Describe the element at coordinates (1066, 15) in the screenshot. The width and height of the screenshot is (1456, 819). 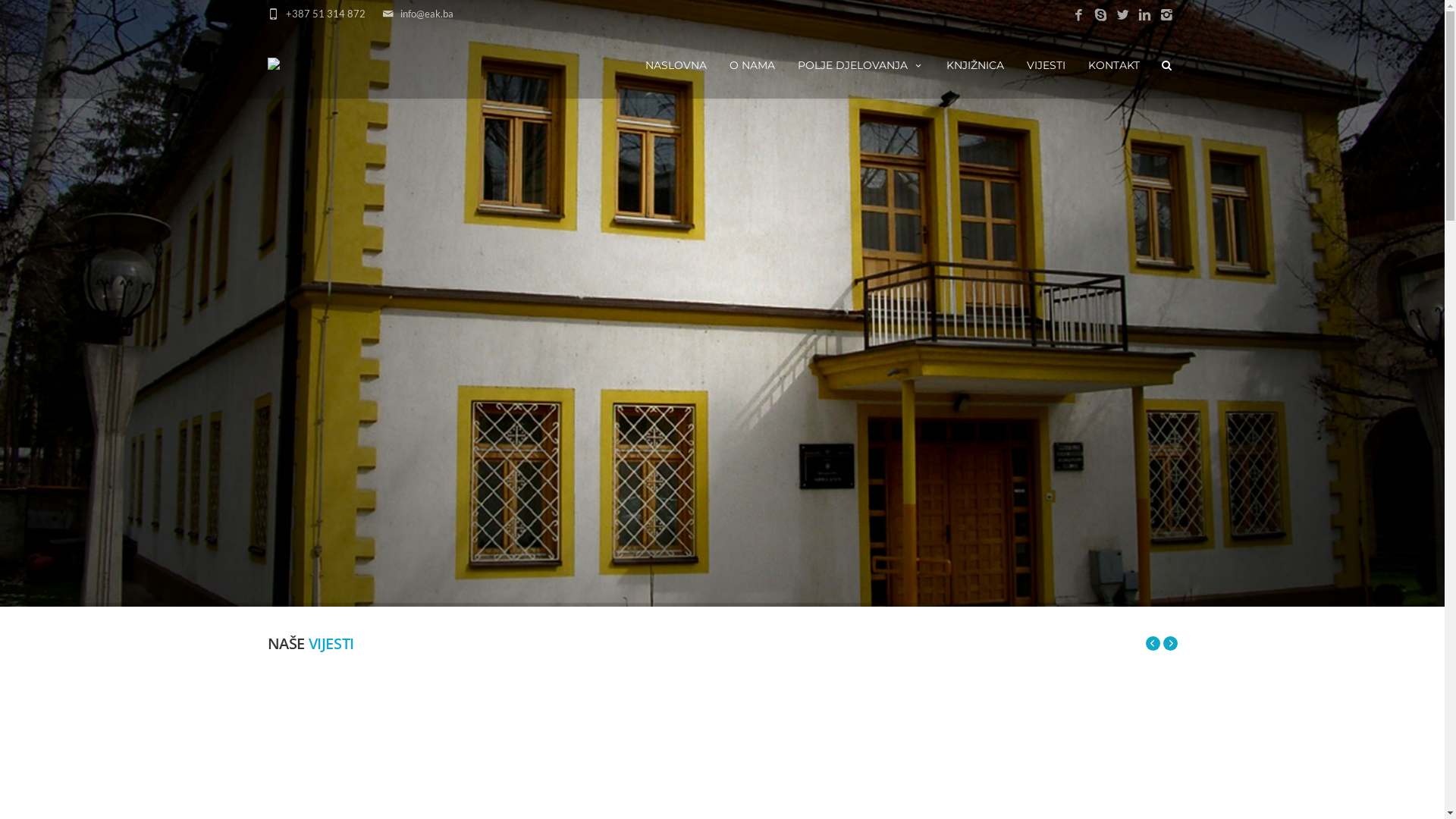
I see `'Facebook'` at that location.